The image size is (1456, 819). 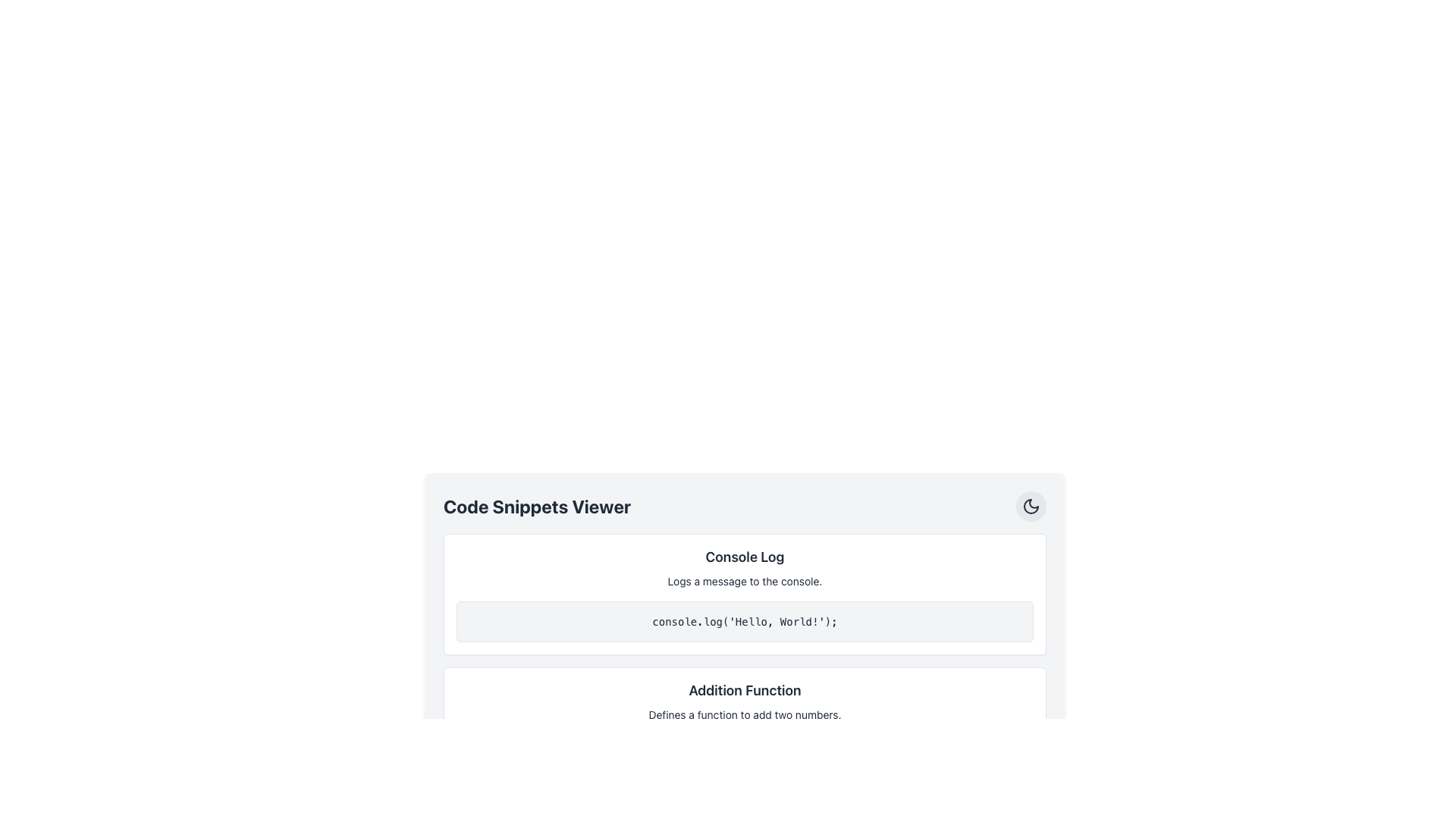 What do you see at coordinates (745, 506) in the screenshot?
I see `the title of the section indicated` at bounding box center [745, 506].